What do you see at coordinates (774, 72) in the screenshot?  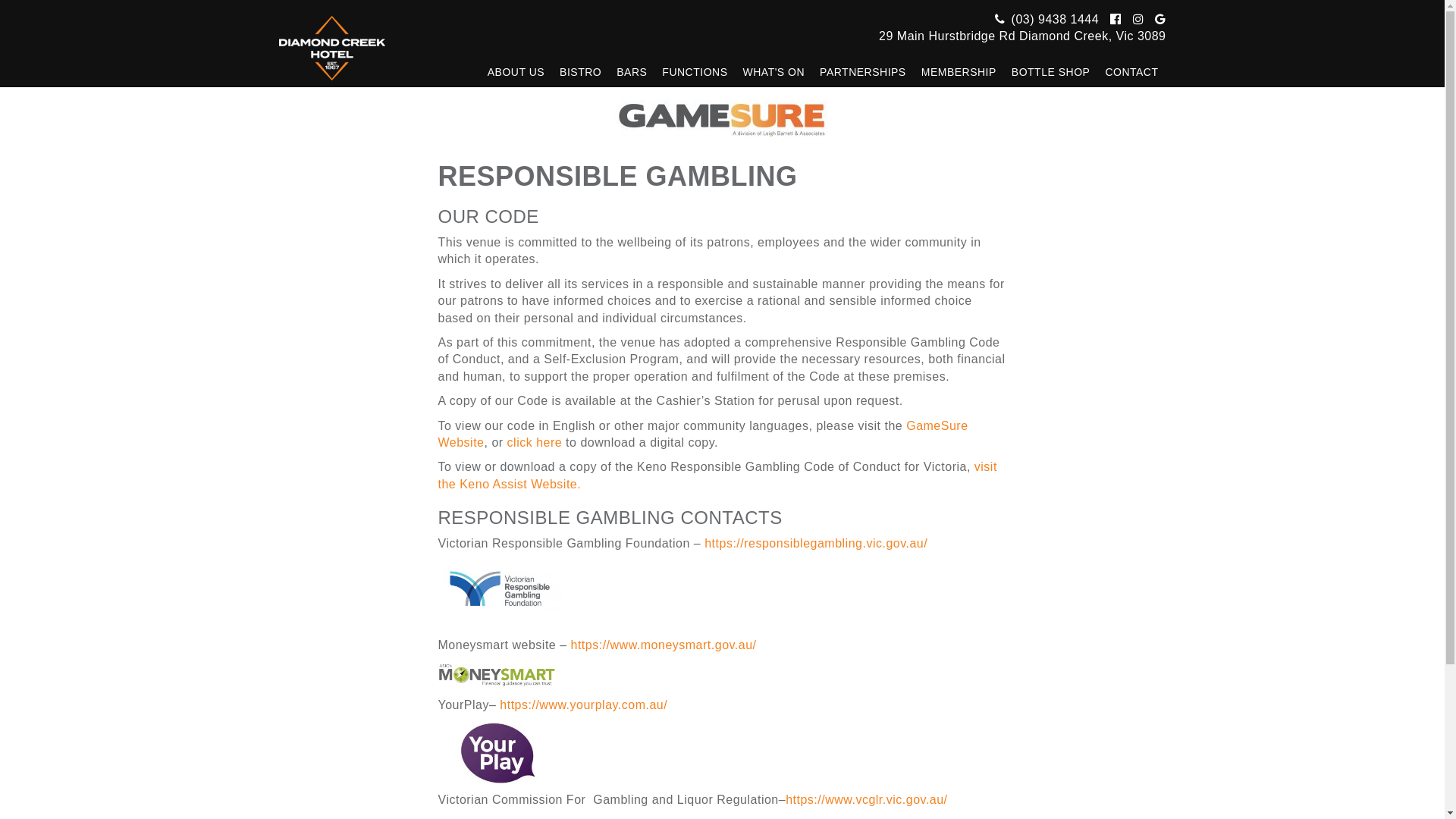 I see `'WHAT'S ON'` at bounding box center [774, 72].